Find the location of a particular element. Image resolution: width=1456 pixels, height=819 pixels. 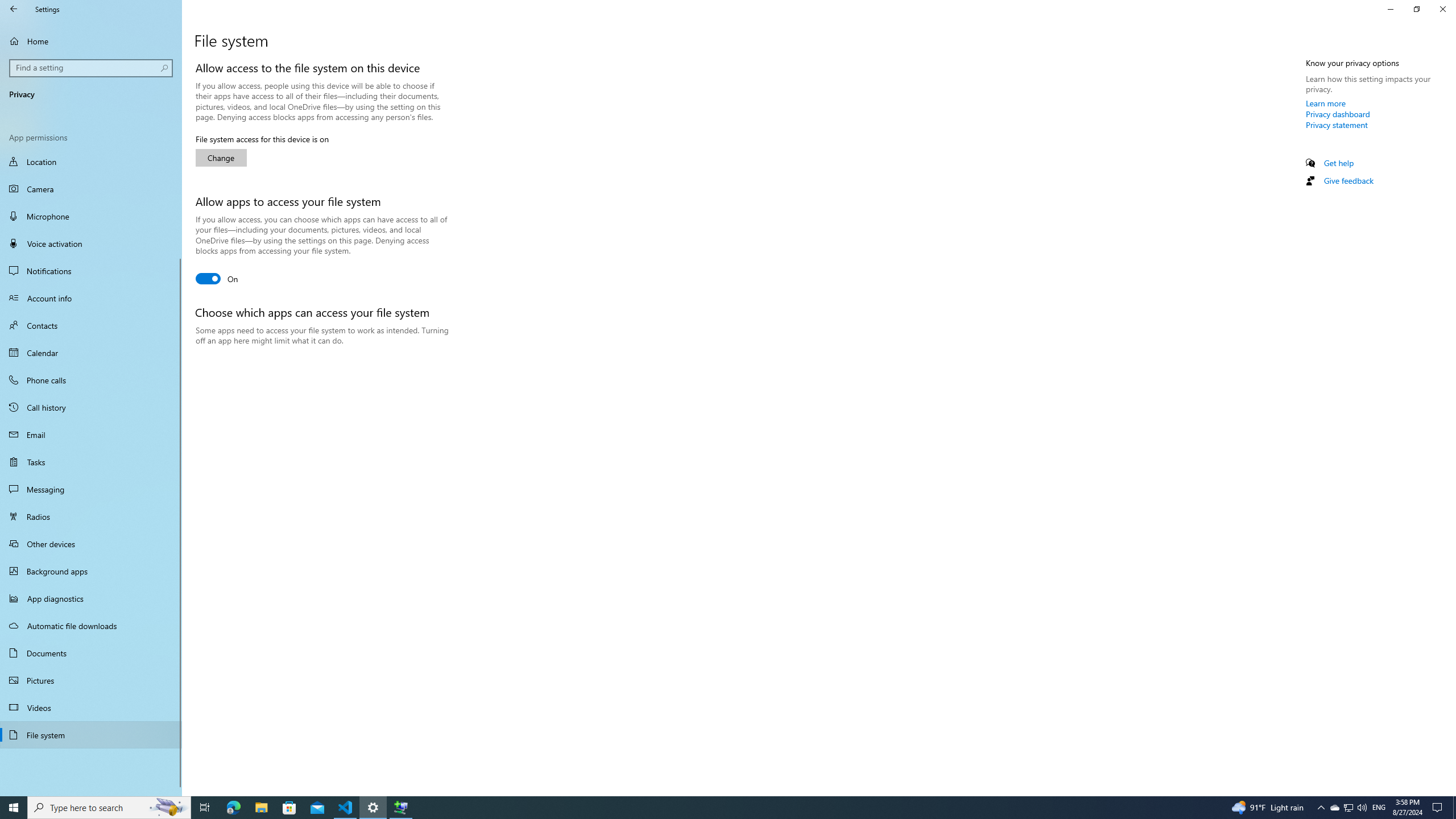

'Learn more' is located at coordinates (1326, 102).